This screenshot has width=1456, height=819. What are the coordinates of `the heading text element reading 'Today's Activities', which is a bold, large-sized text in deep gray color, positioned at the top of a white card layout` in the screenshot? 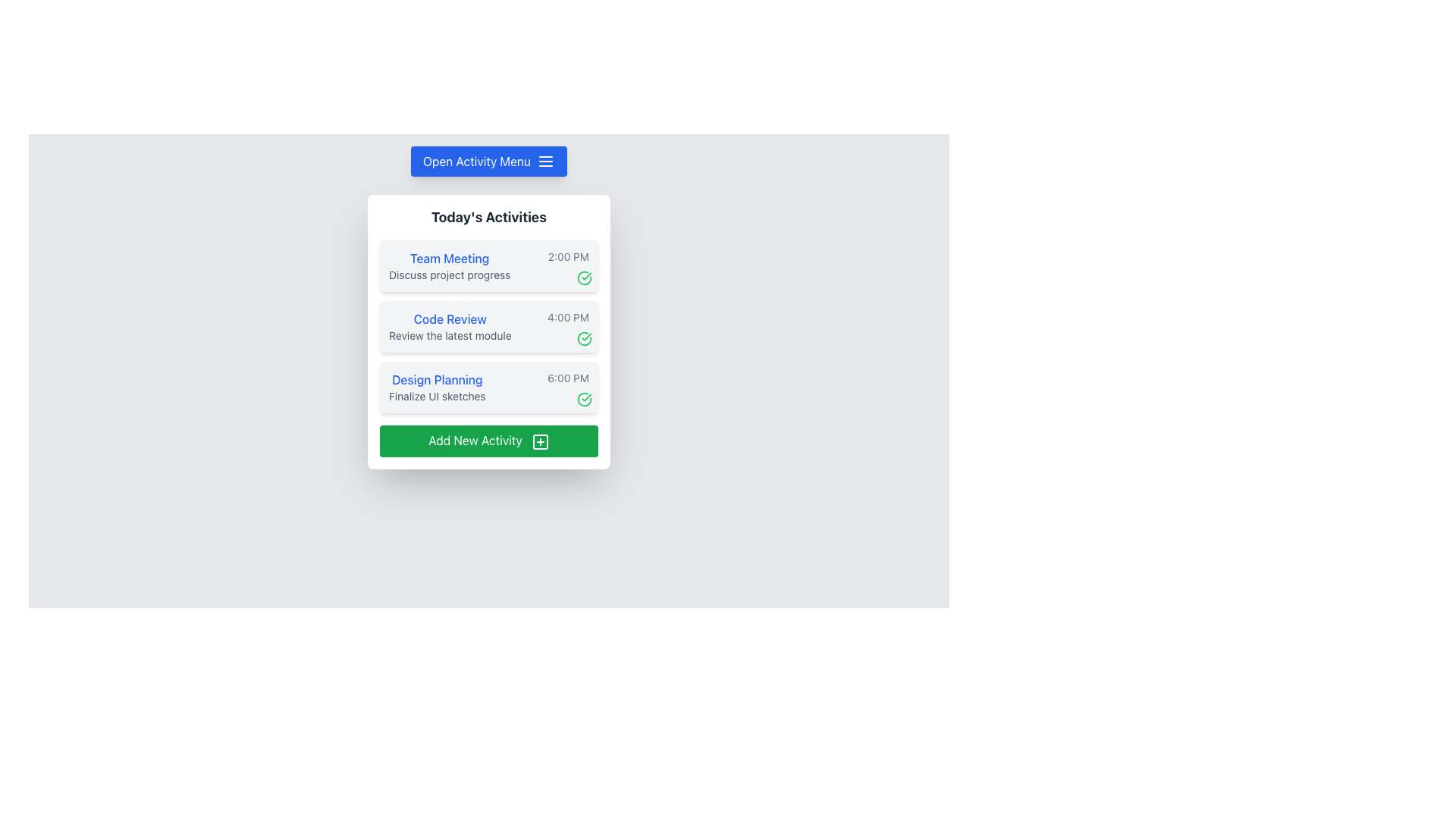 It's located at (488, 217).